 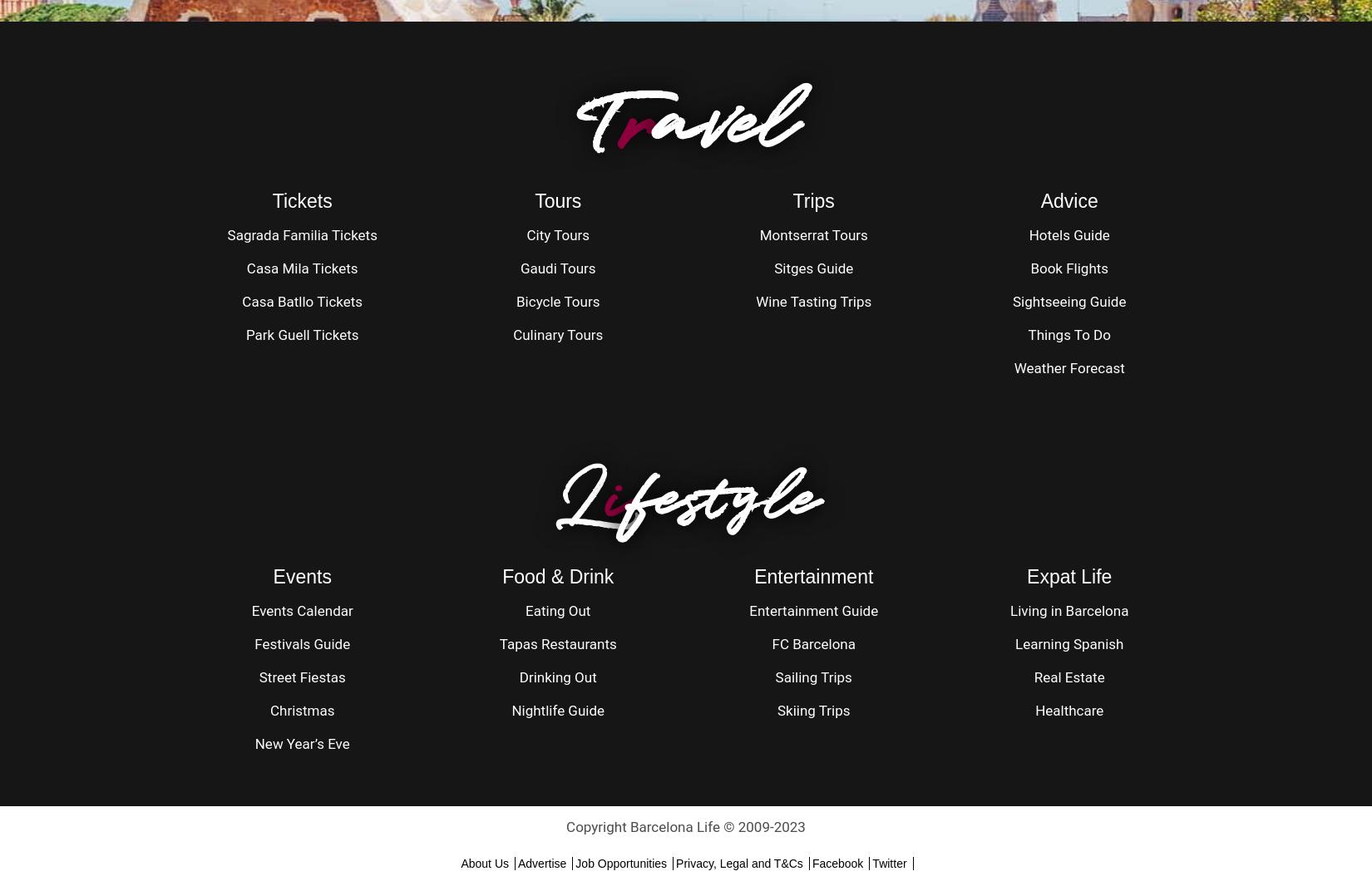 What do you see at coordinates (519, 268) in the screenshot?
I see `'Gaudi Tours'` at bounding box center [519, 268].